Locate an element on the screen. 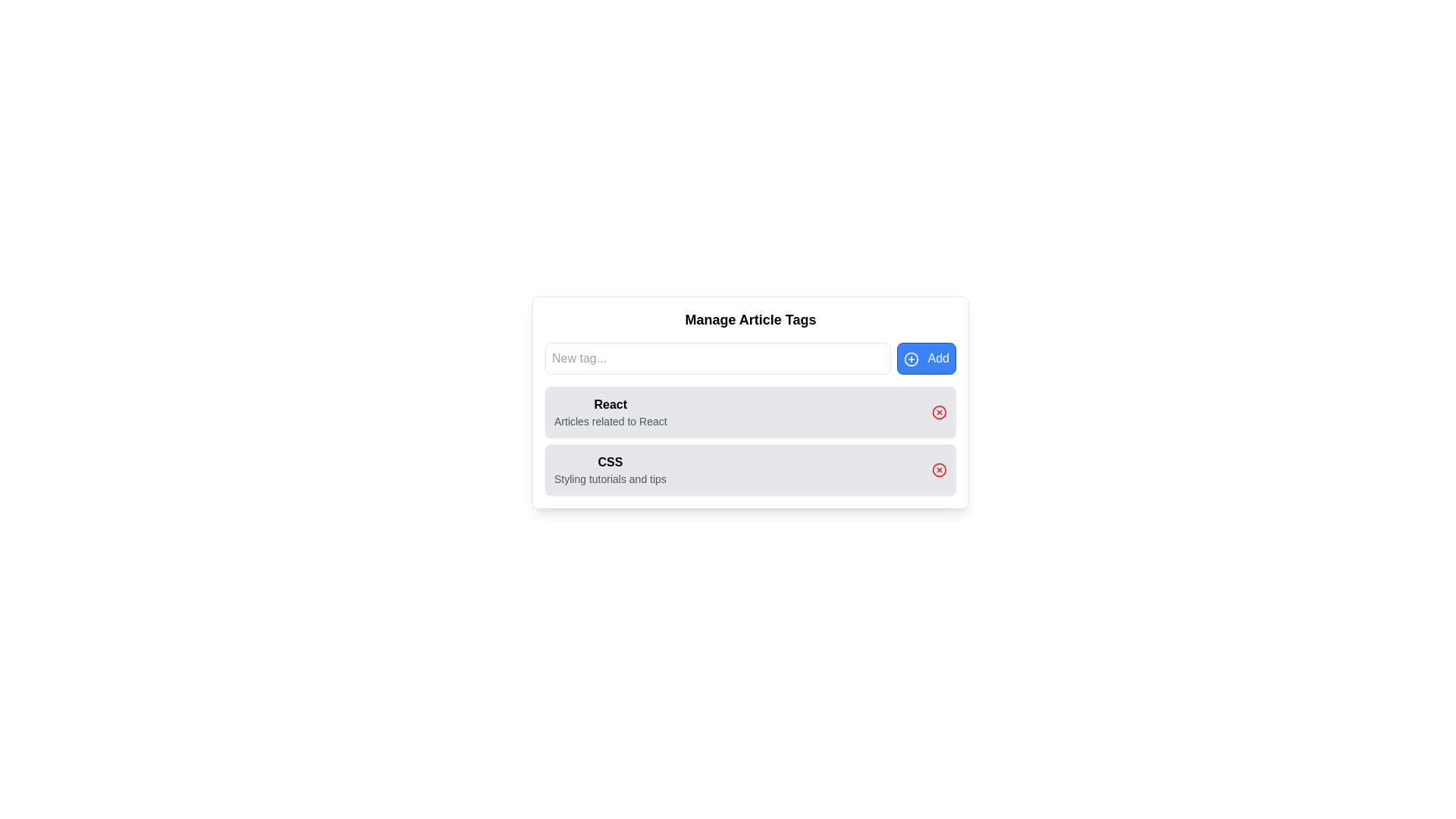  the Text label providing a description about the tag 'React', which is located directly below the bold title 'React' in the 'Manage Article Tags' section is located at coordinates (610, 421).